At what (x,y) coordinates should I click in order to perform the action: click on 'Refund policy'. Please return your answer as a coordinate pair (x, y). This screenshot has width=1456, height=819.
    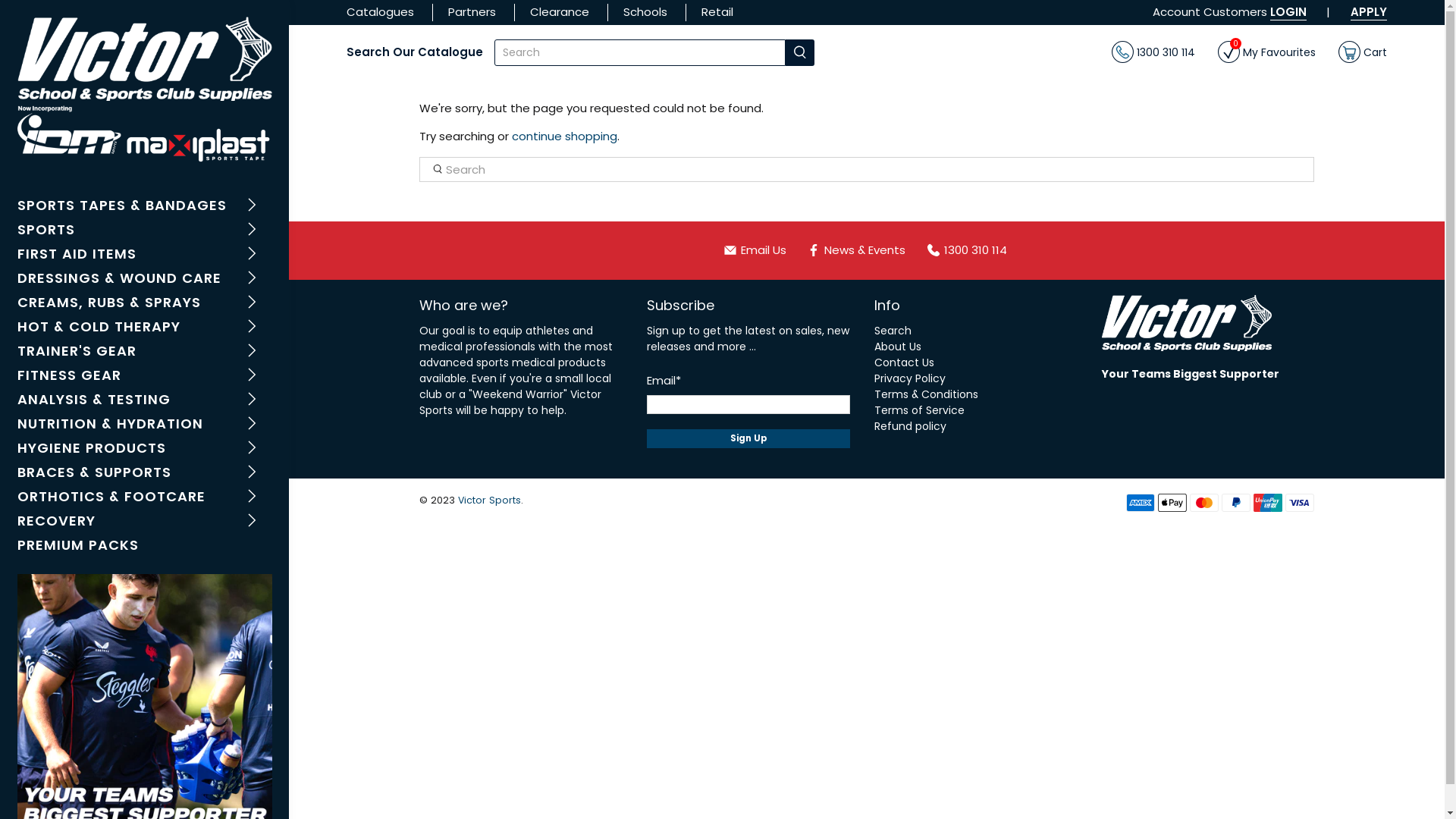
    Looking at the image, I should click on (910, 426).